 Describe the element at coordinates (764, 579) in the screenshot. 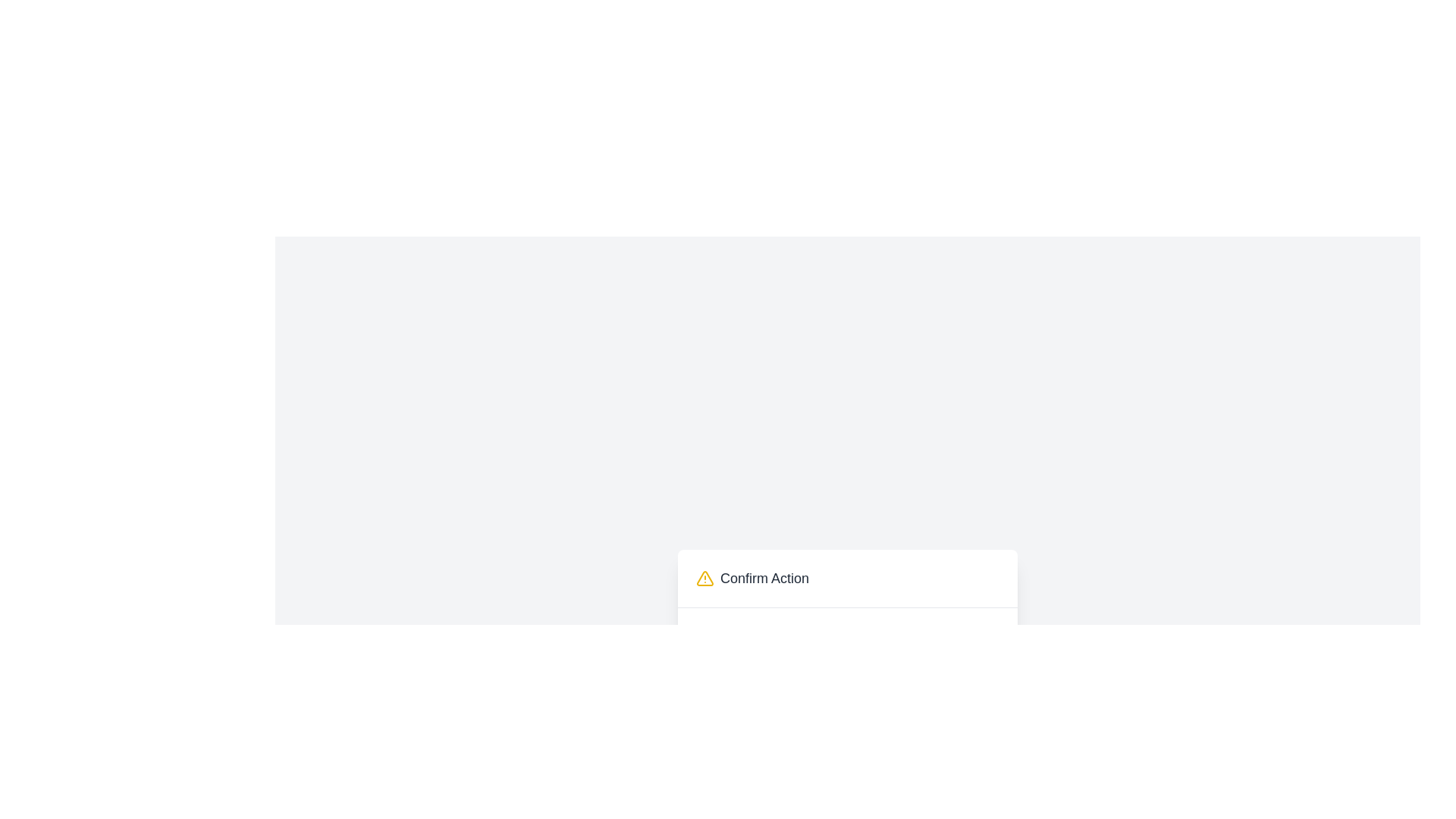

I see `the static text label reading 'Confirm Action', which is styled with a gray font and positioned next to the yellow warning icon` at that location.